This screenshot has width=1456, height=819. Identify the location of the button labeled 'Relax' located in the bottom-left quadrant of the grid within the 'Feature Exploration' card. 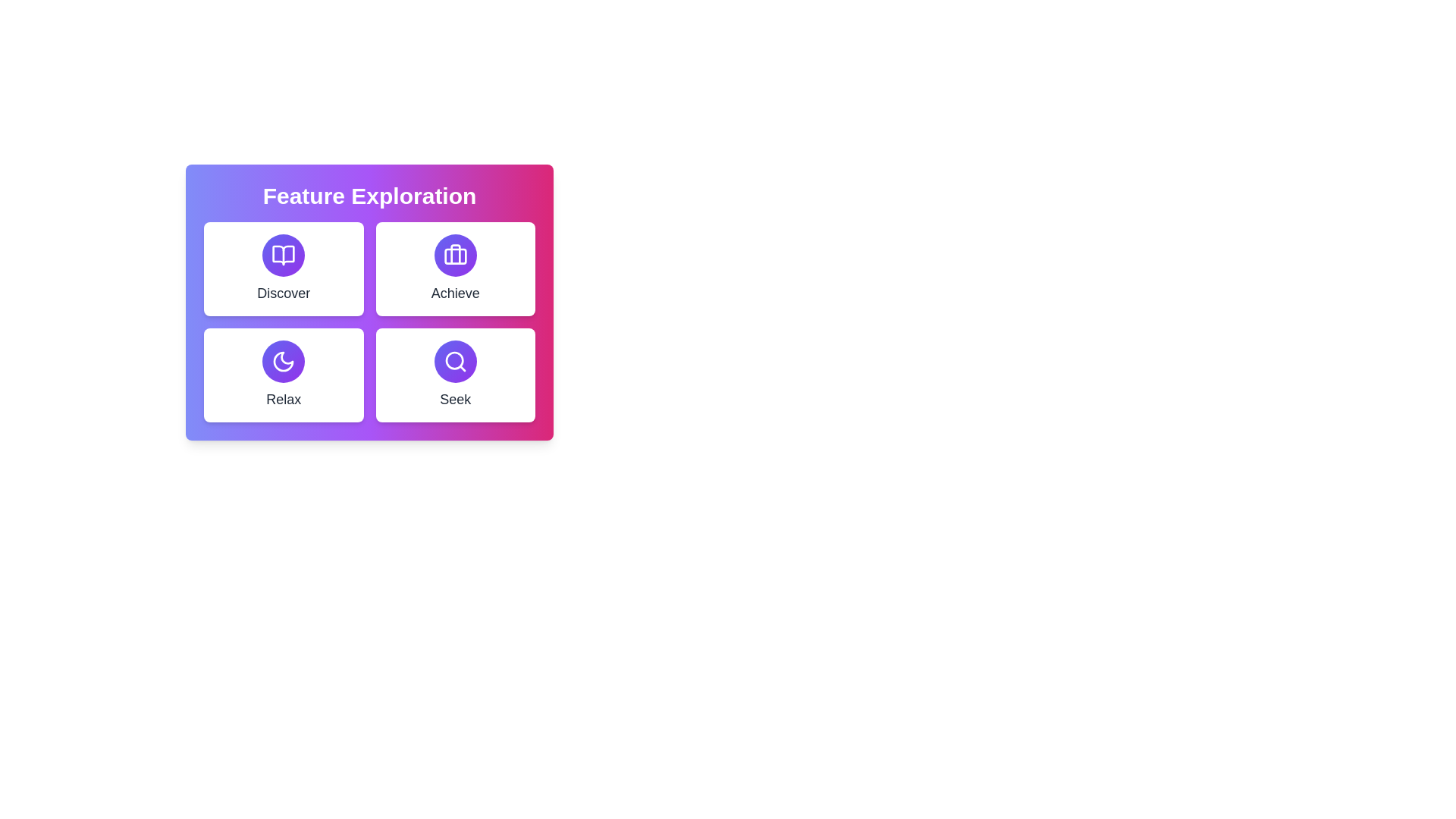
(284, 362).